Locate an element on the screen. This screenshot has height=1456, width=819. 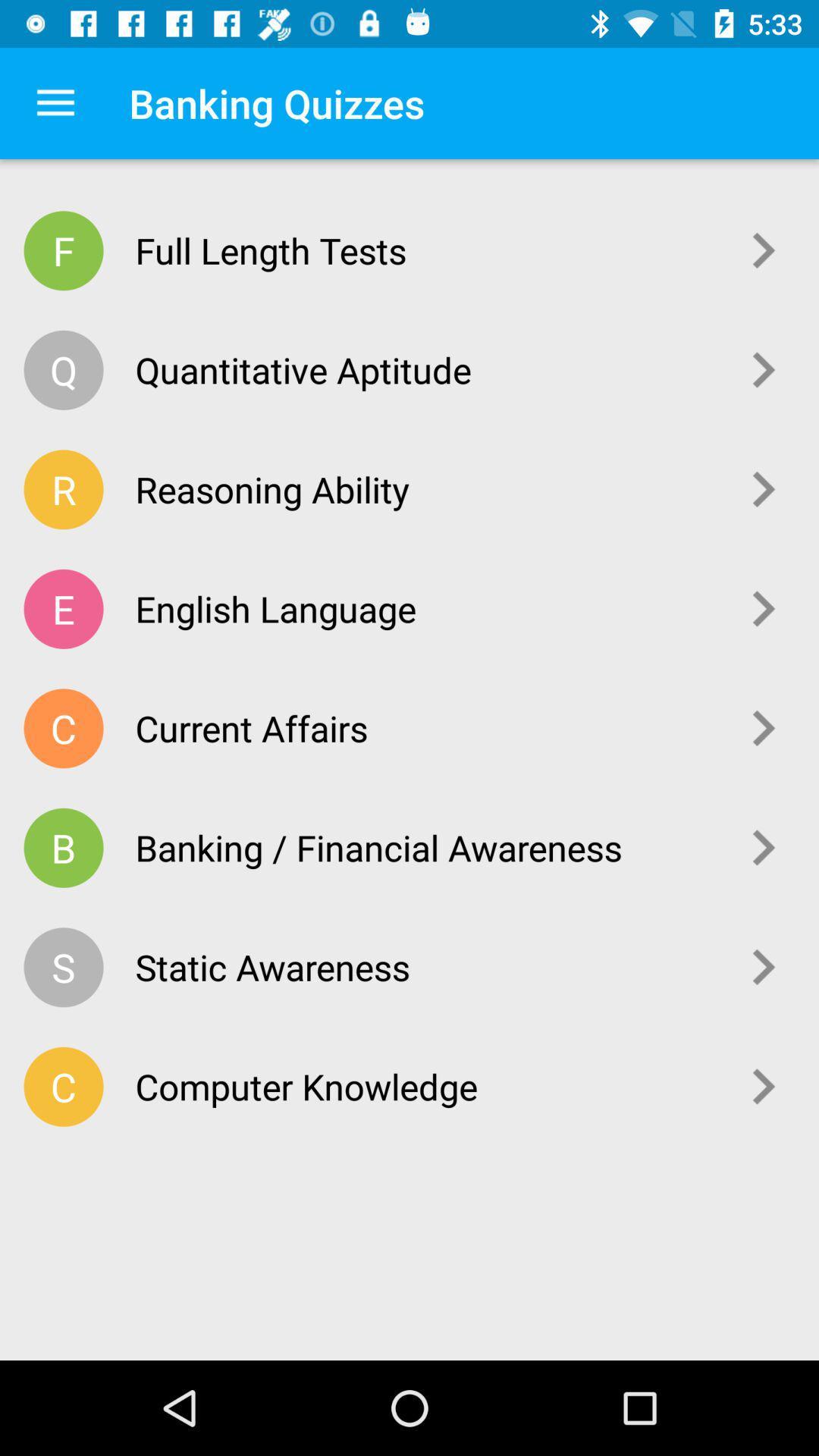
item to the left of english language item is located at coordinates (63, 609).